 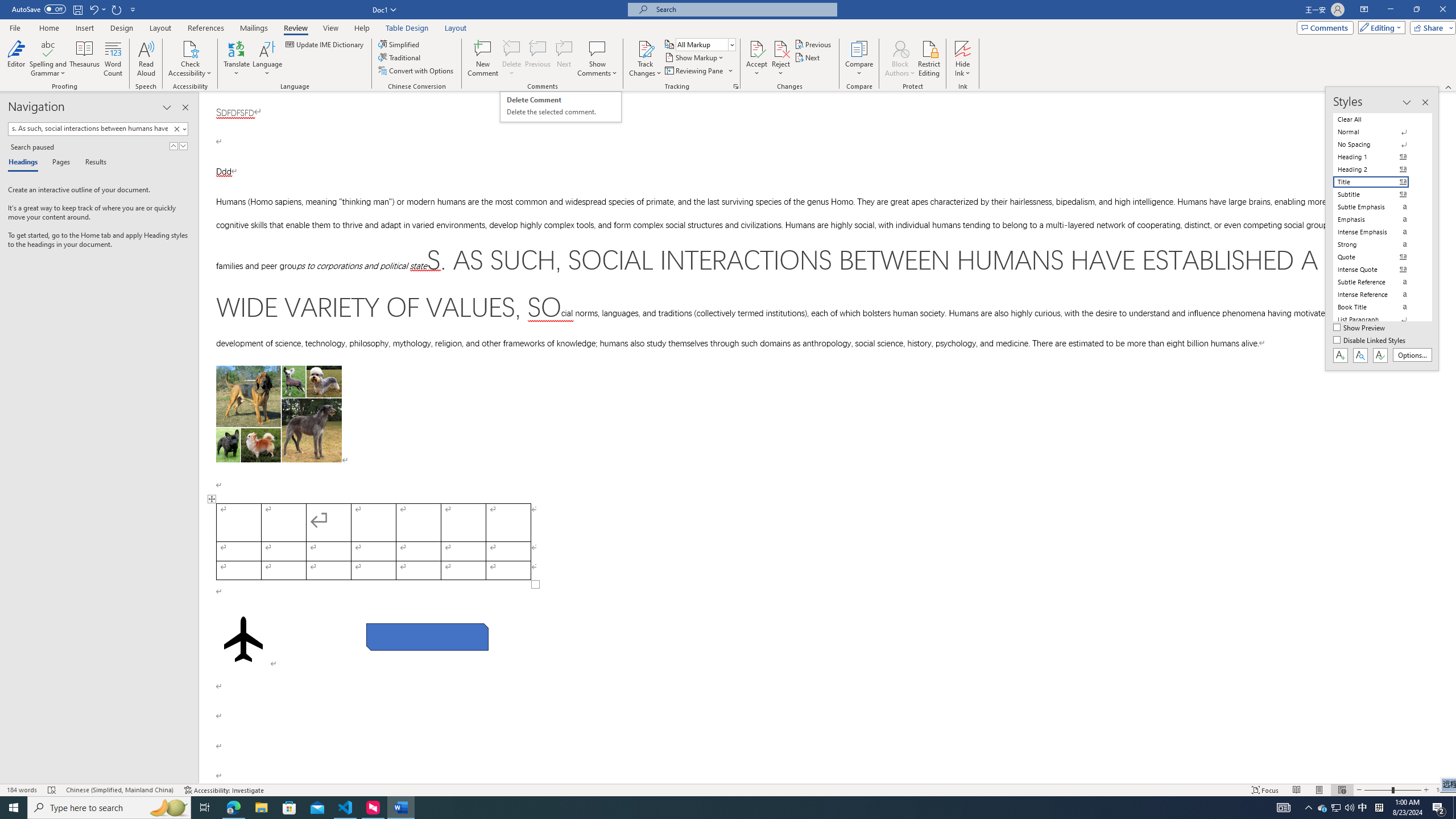 What do you see at coordinates (52, 790) in the screenshot?
I see `'Spelling and Grammar Check Errors'` at bounding box center [52, 790].